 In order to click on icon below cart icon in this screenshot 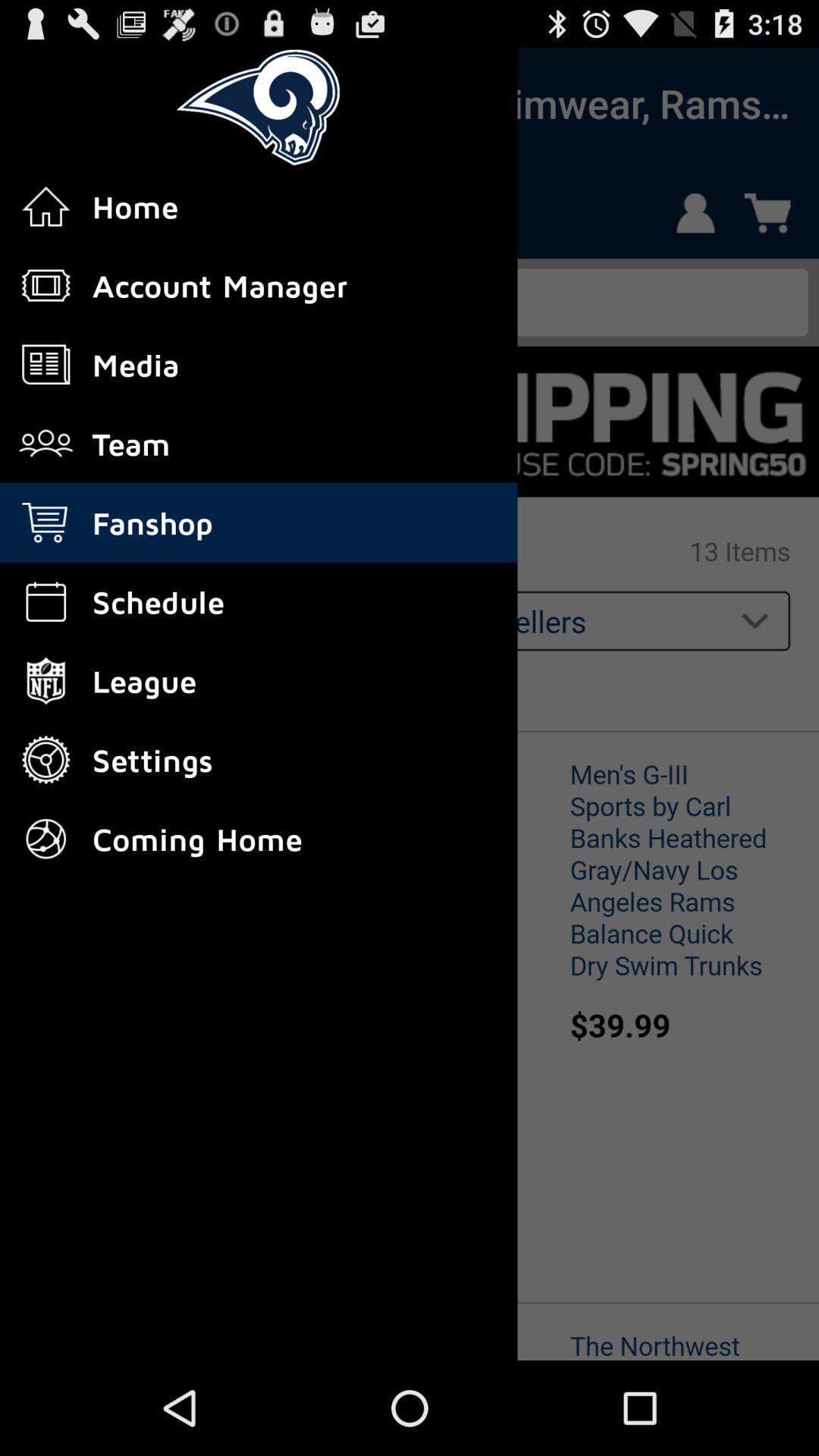, I will do `click(45, 601)`.